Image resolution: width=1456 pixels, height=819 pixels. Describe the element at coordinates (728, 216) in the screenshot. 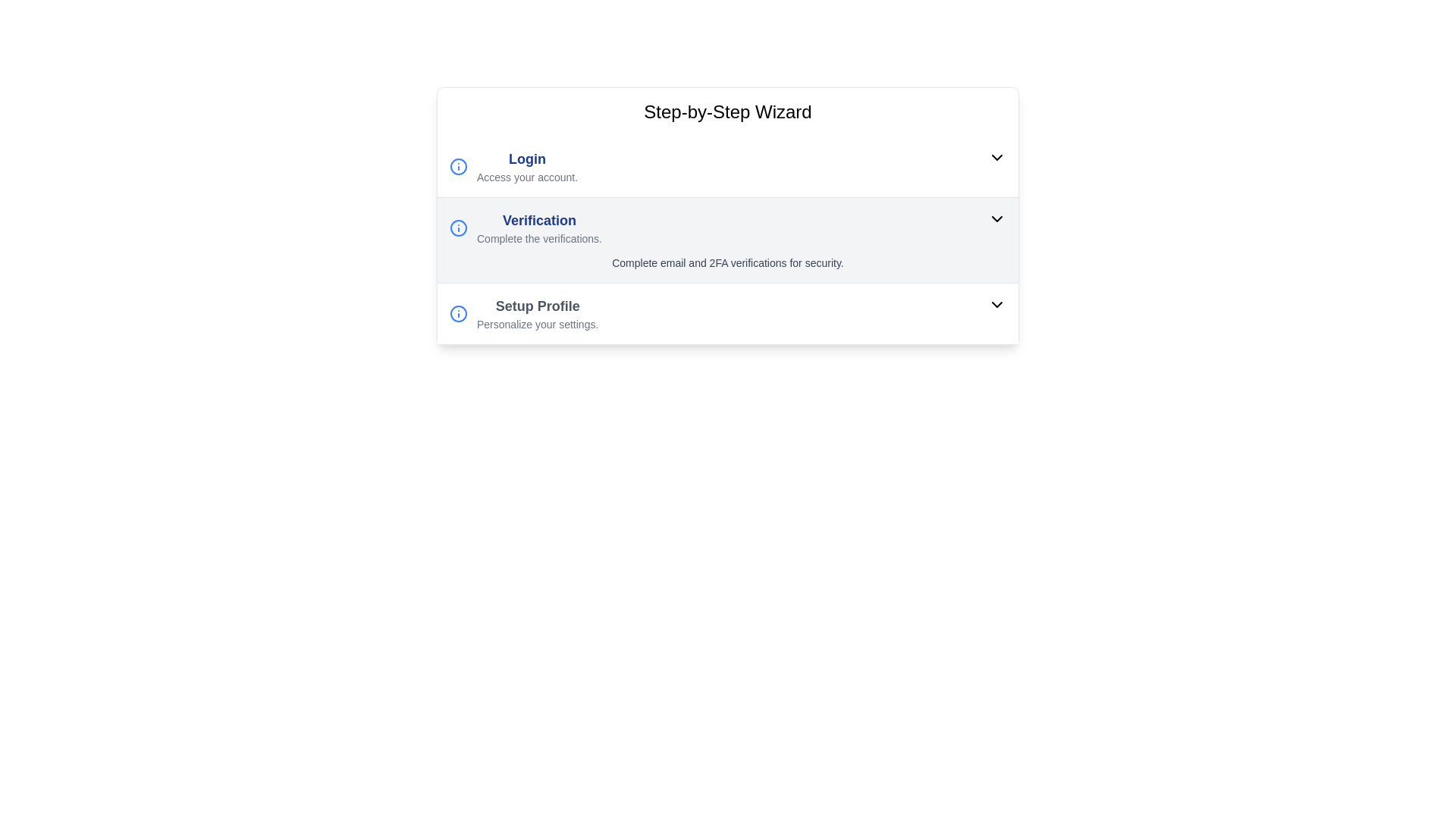

I see `the second step of the wizard step component` at that location.